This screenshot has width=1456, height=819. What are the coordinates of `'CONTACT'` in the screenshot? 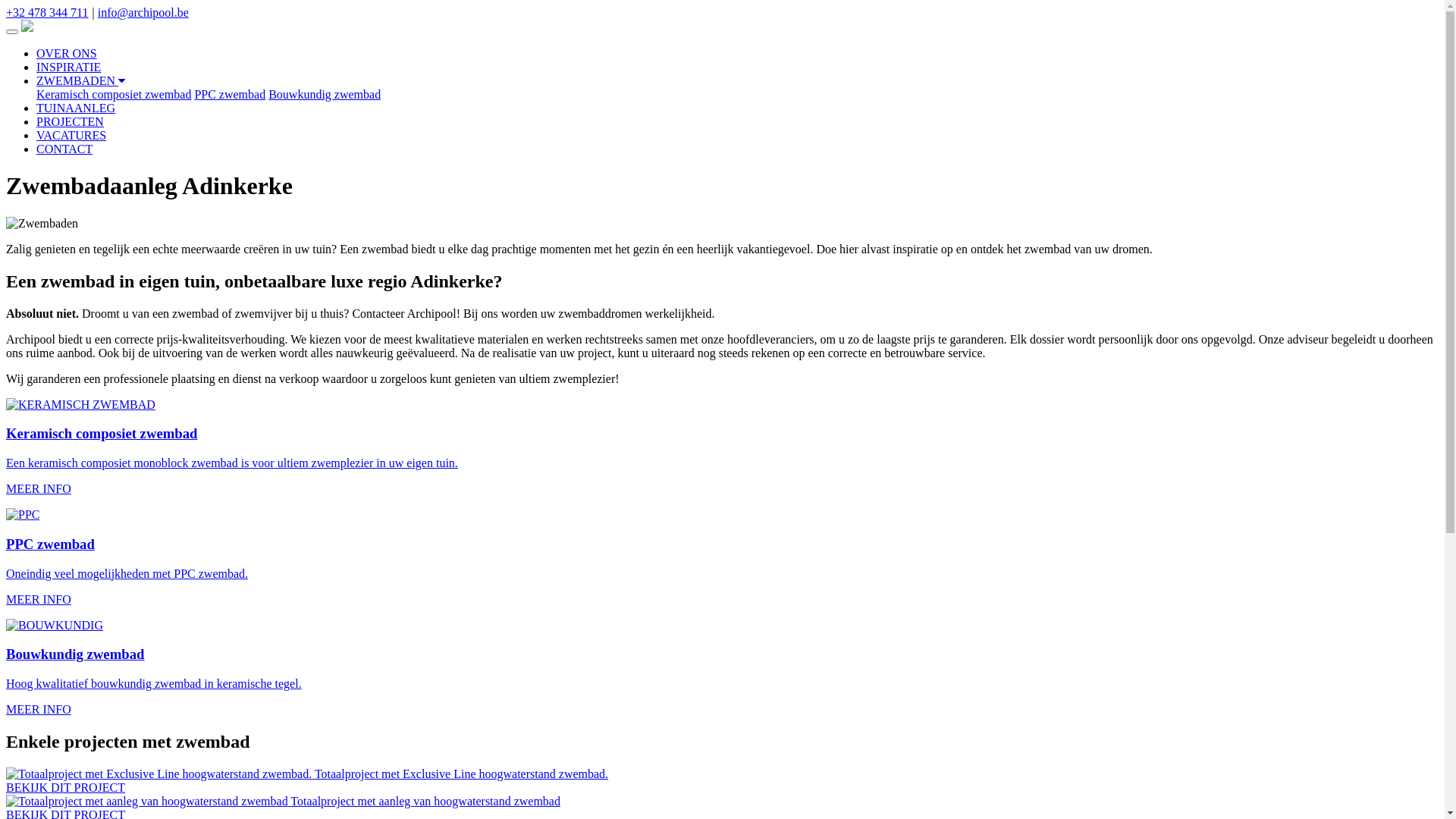 It's located at (64, 149).